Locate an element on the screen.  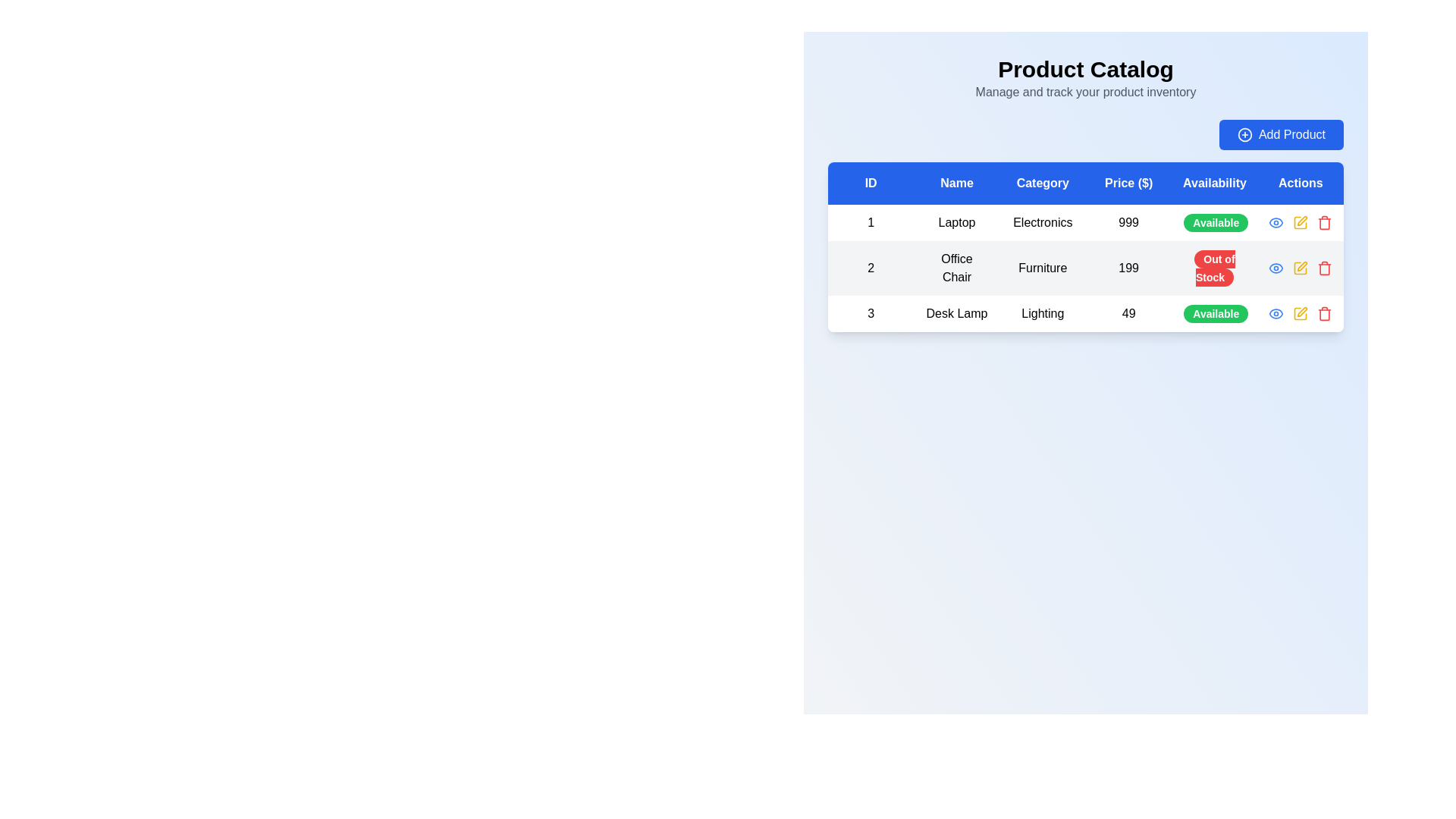
the product name in the second row of the product catalog table, located under the 'Name' column is located at coordinates (956, 268).